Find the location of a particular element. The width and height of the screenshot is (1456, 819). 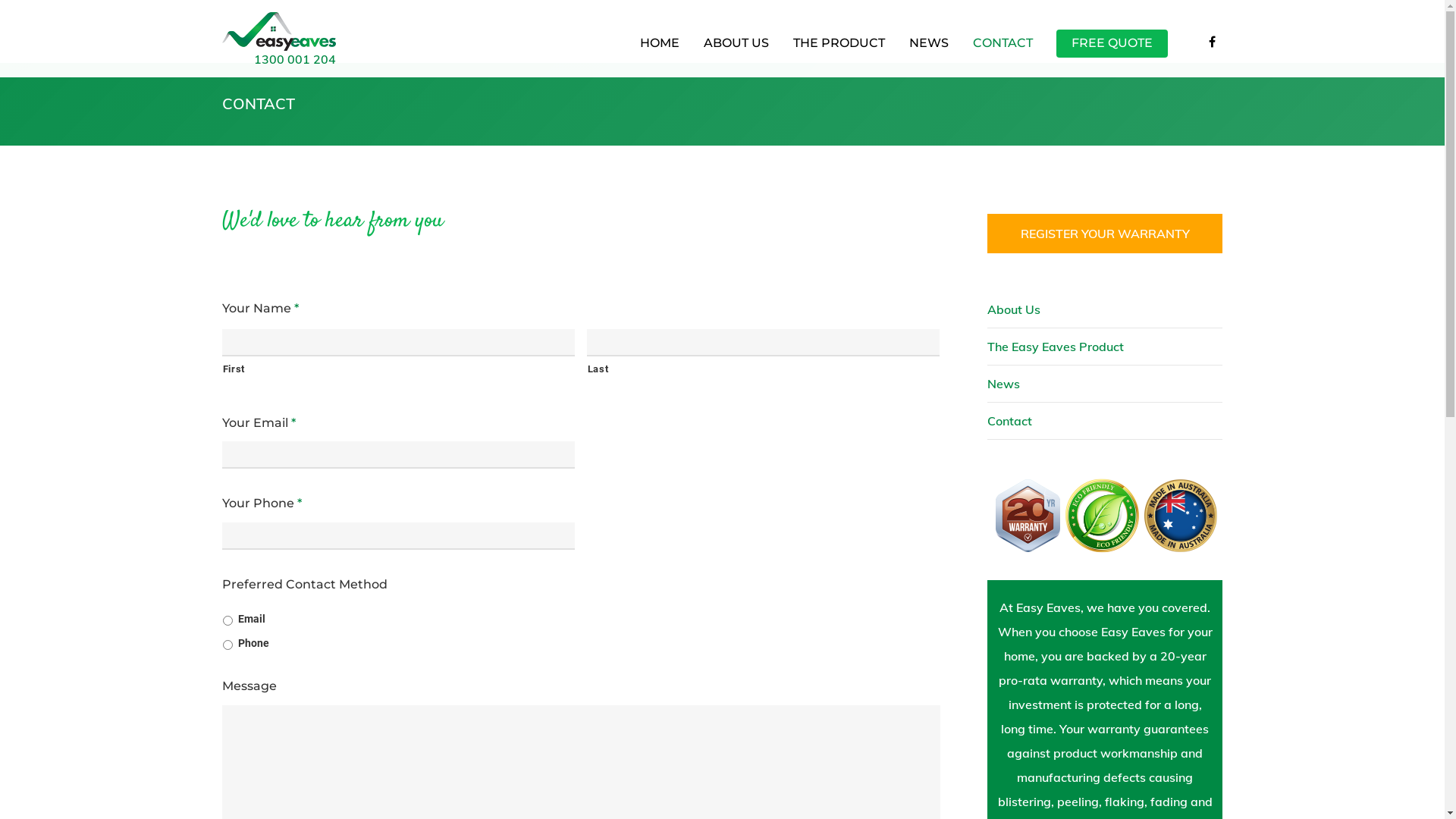

'REGISTER YOUR WARRANTY' is located at coordinates (1105, 234).